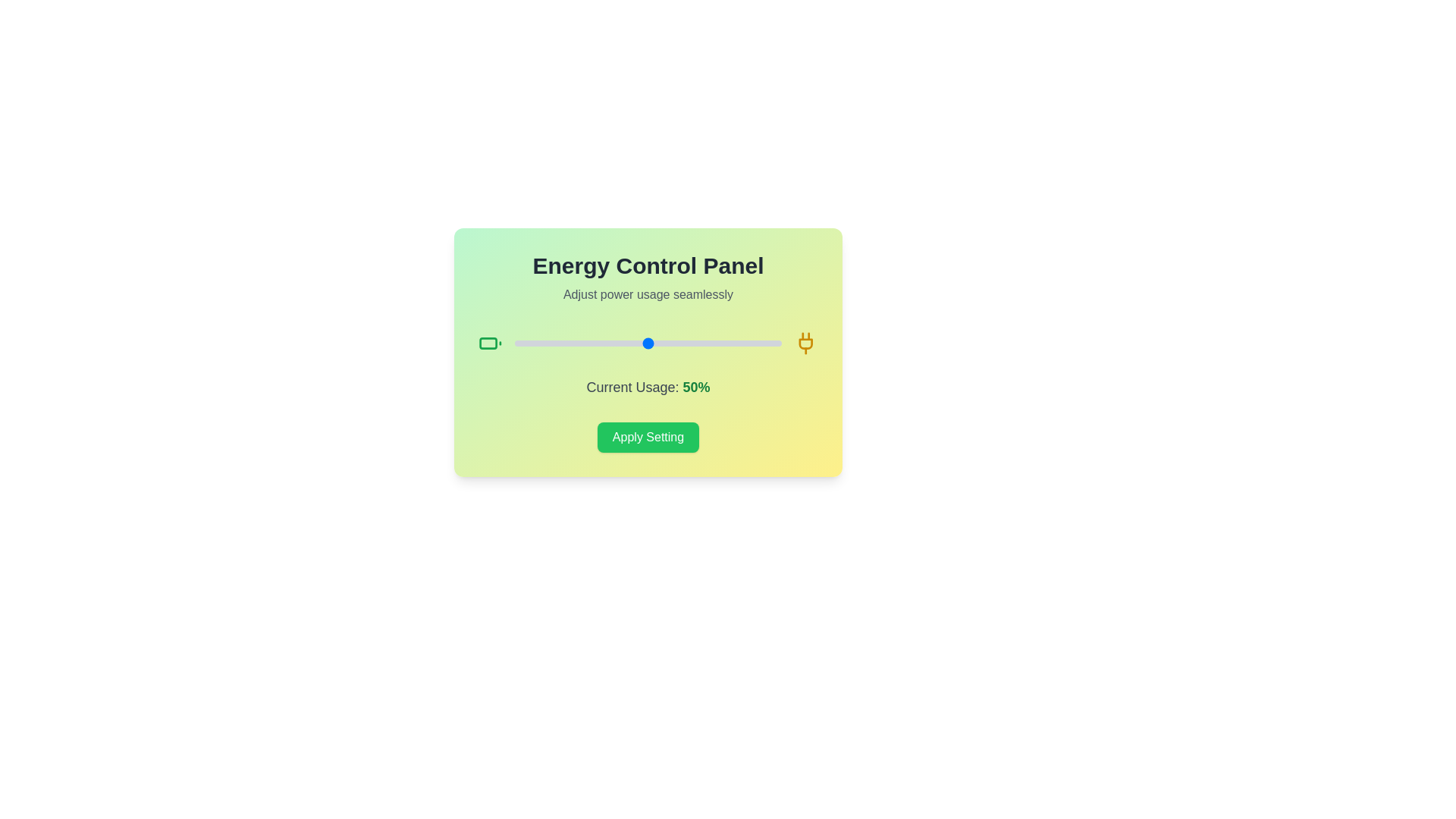 This screenshot has width=1456, height=819. I want to click on the current usage, so click(588, 343).